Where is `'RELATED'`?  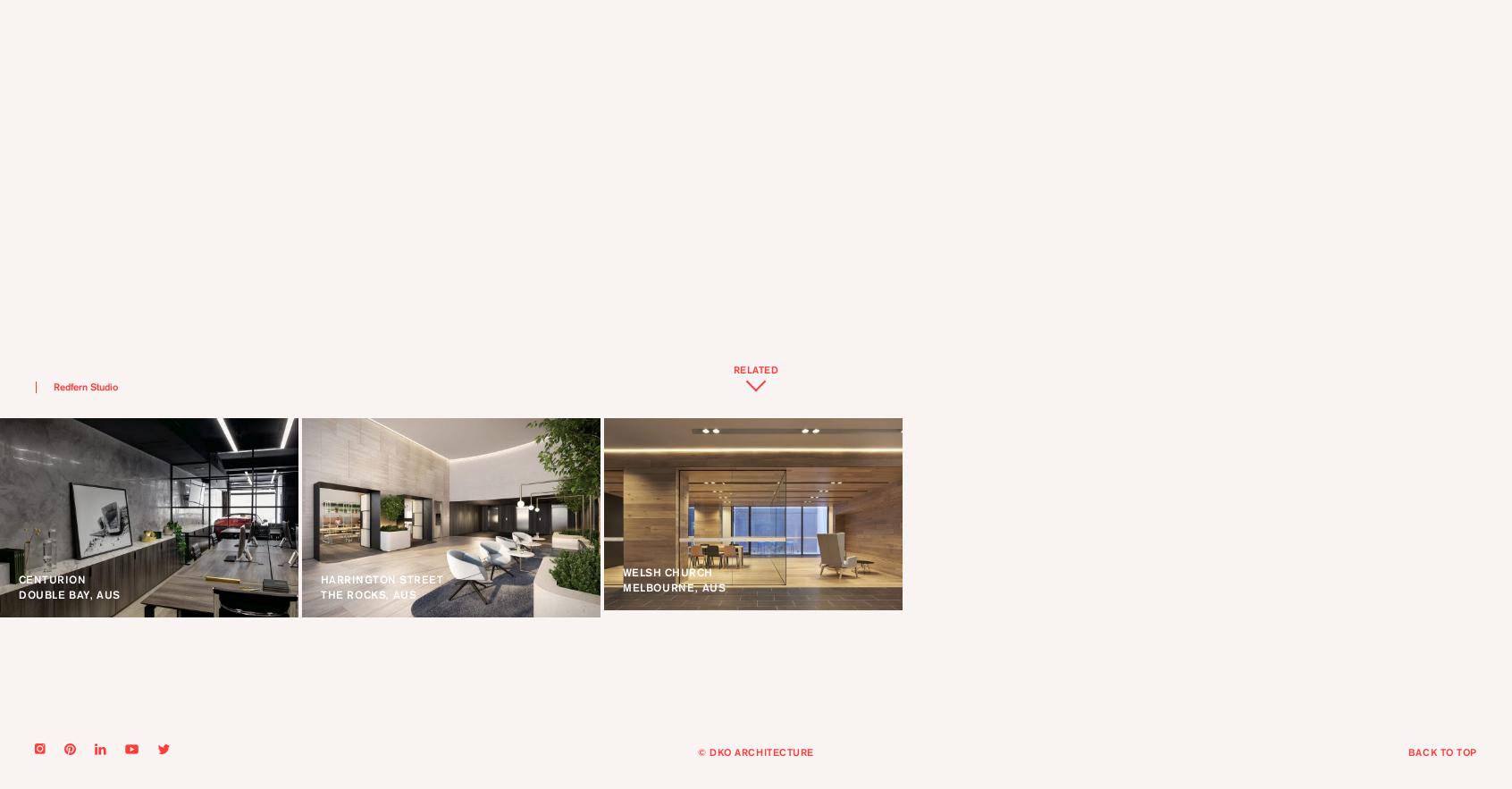 'RELATED' is located at coordinates (732, 371).